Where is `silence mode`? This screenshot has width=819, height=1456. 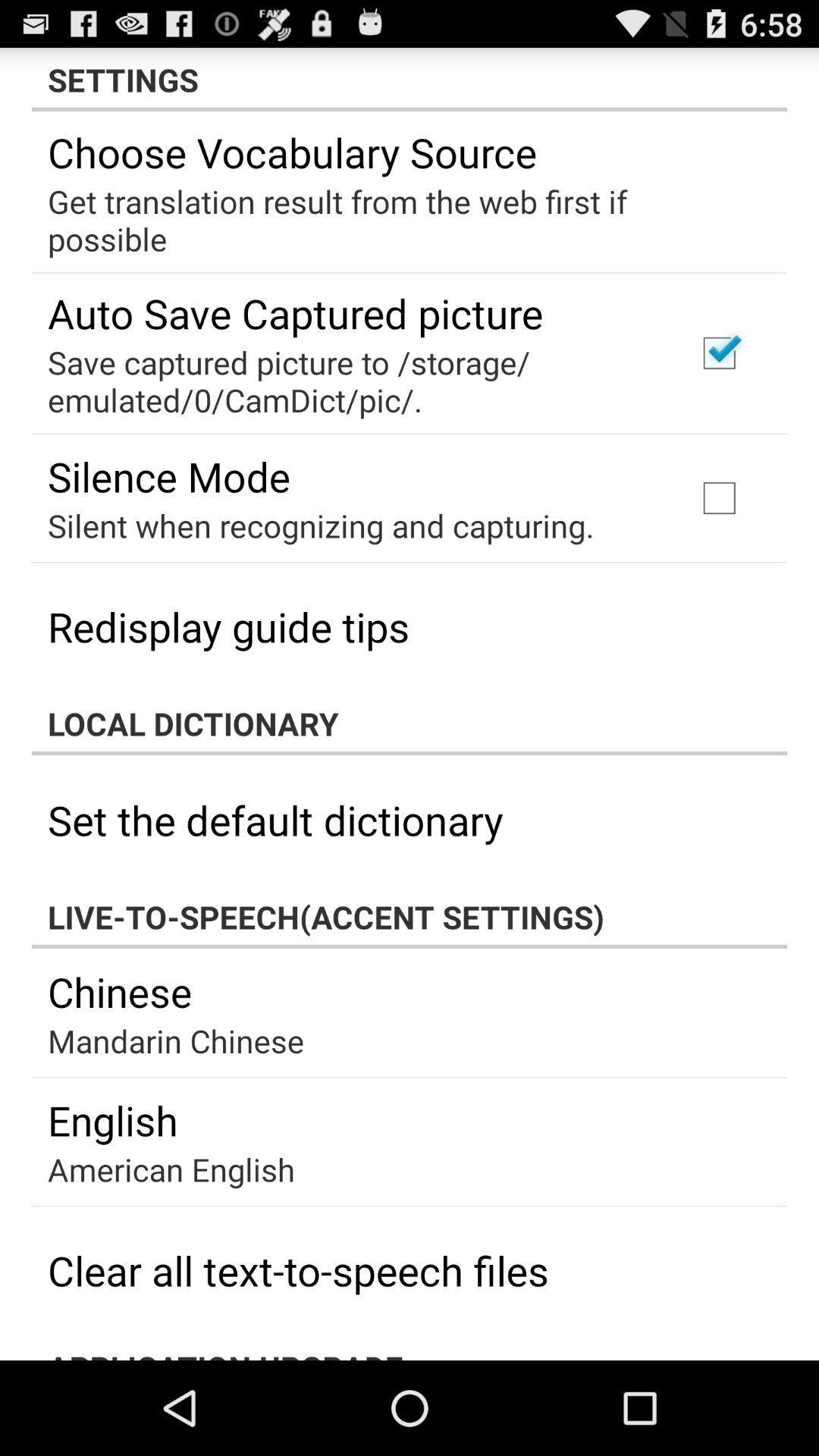
silence mode is located at coordinates (169, 475).